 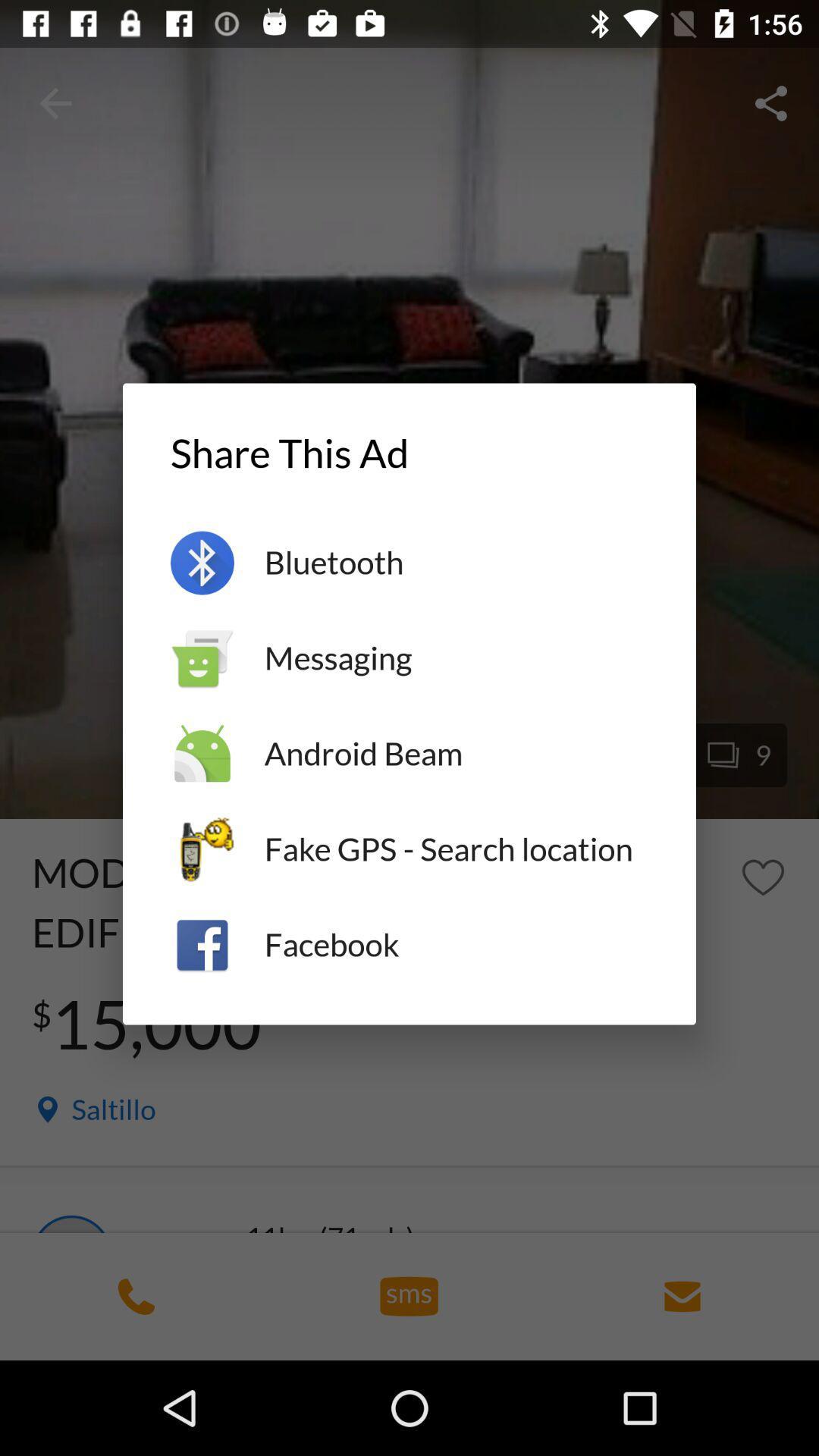 I want to click on item below fake gps search item, so click(x=455, y=944).